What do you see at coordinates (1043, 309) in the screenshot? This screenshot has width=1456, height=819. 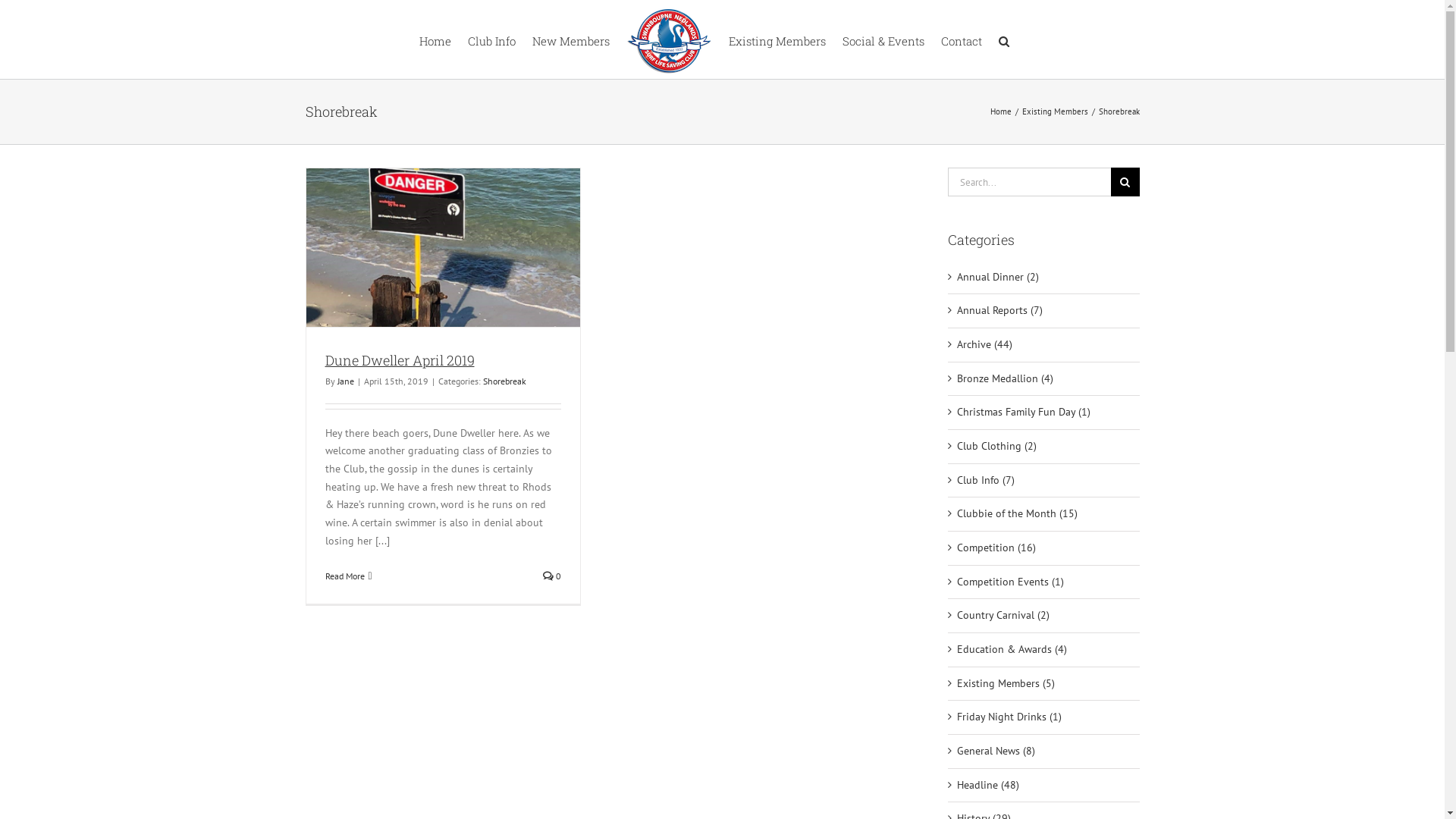 I see `'Annual Reports (7)'` at bounding box center [1043, 309].